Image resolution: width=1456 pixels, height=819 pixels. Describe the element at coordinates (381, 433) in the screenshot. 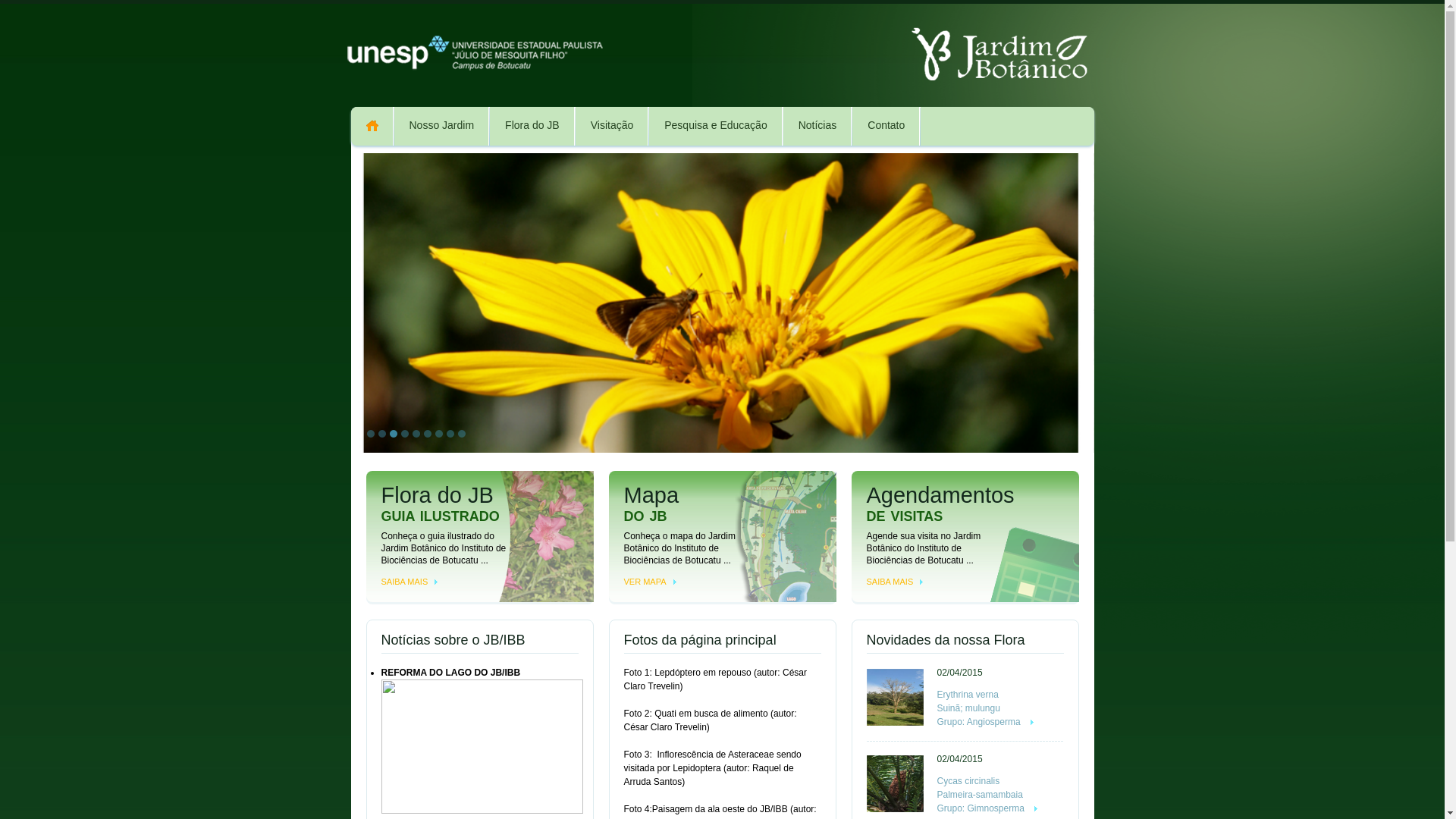

I see `'2'` at that location.